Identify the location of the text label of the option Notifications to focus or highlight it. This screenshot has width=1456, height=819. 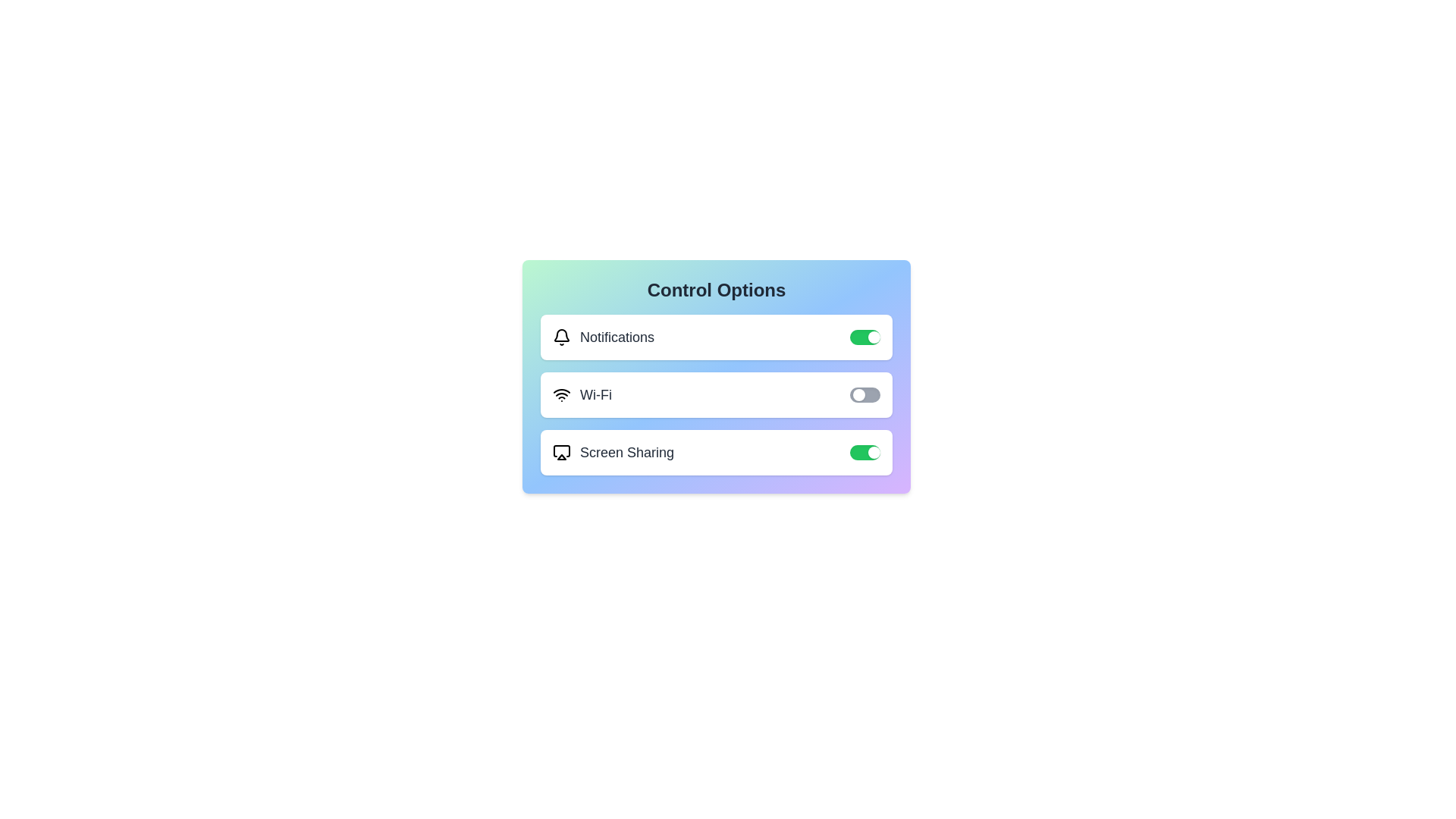
(603, 336).